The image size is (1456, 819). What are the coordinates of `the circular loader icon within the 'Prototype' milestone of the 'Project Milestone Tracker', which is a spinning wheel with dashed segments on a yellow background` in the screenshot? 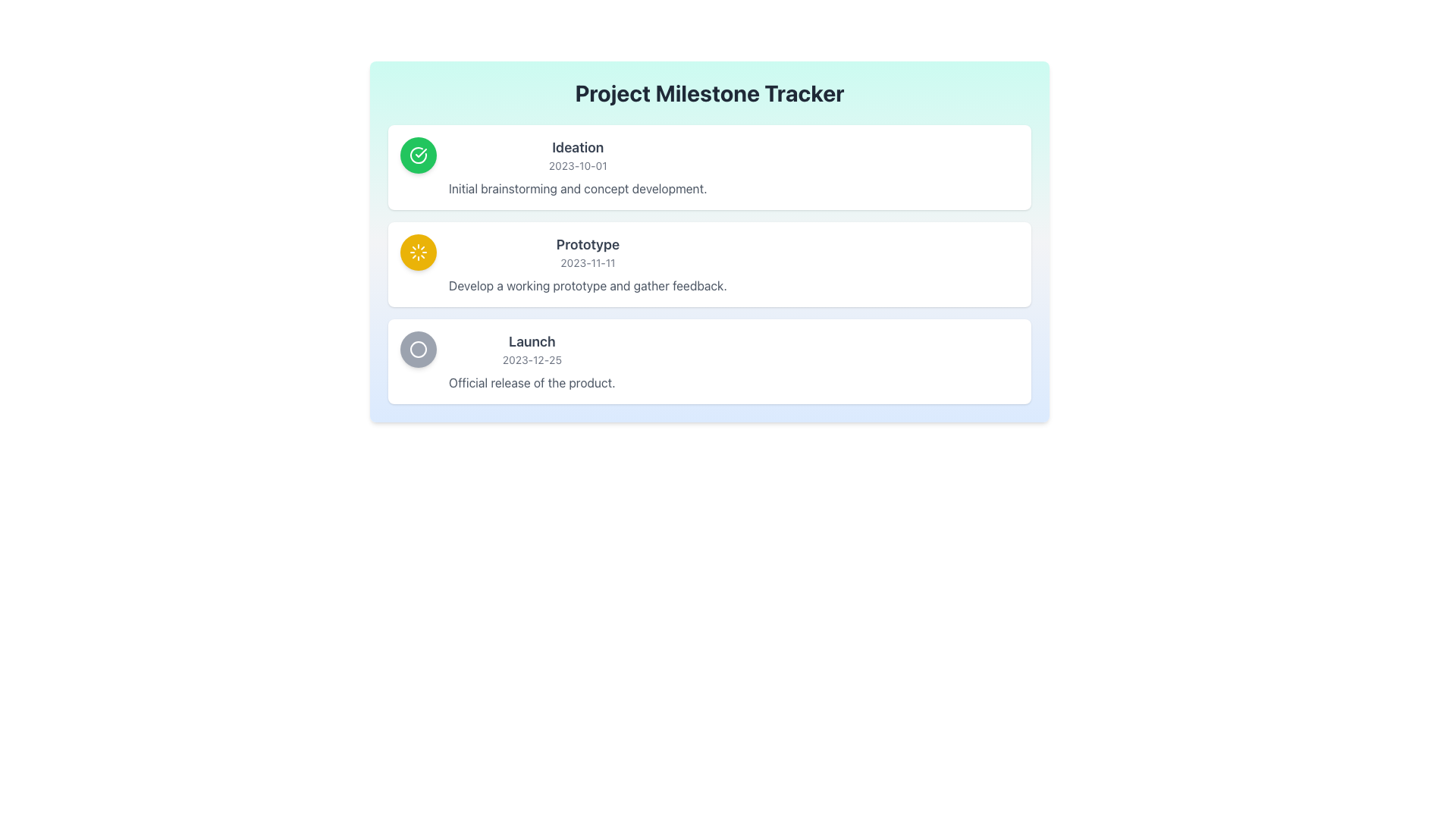 It's located at (419, 251).